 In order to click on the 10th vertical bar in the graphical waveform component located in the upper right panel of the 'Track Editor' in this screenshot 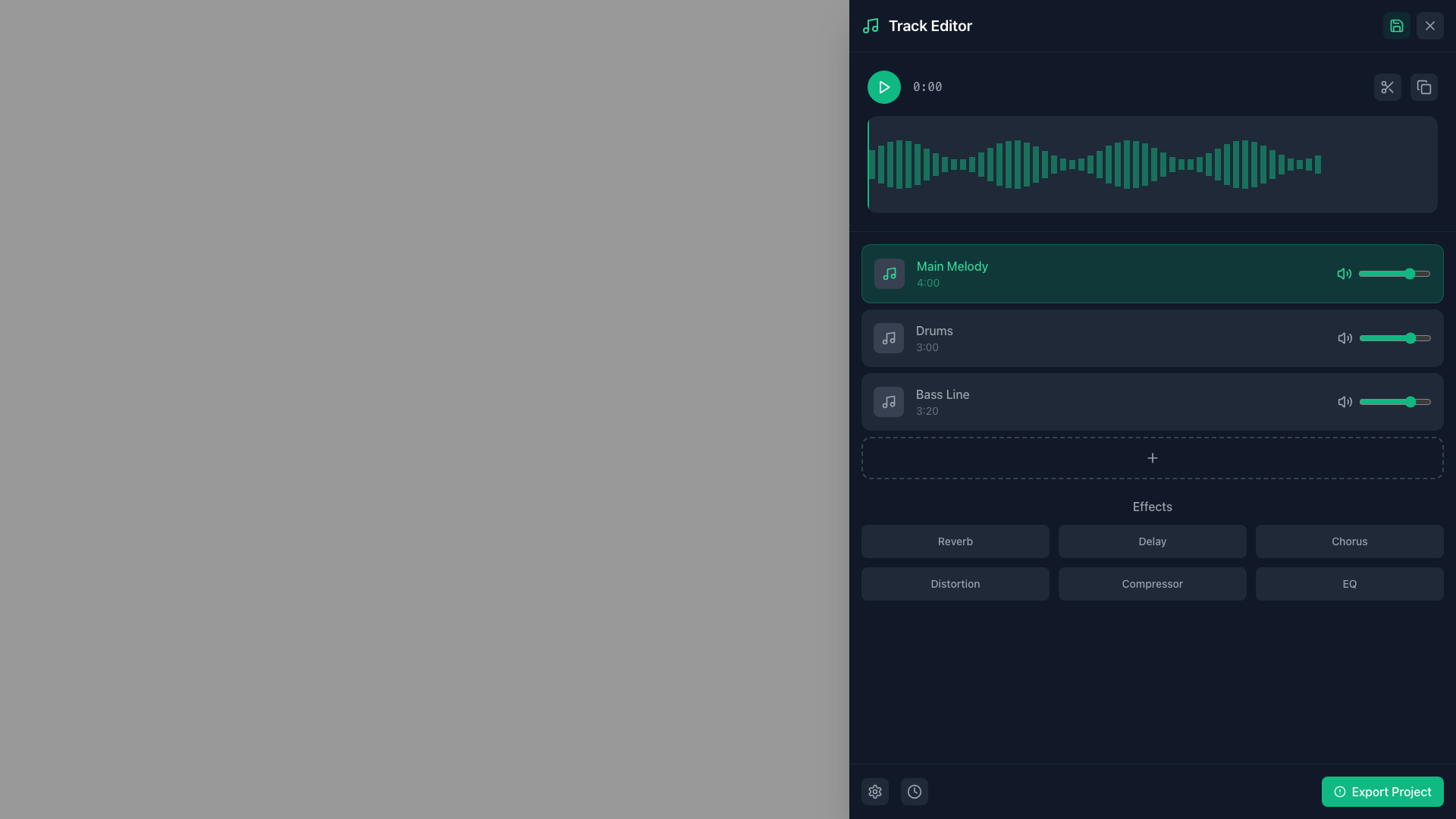, I will do `click(952, 164)`.